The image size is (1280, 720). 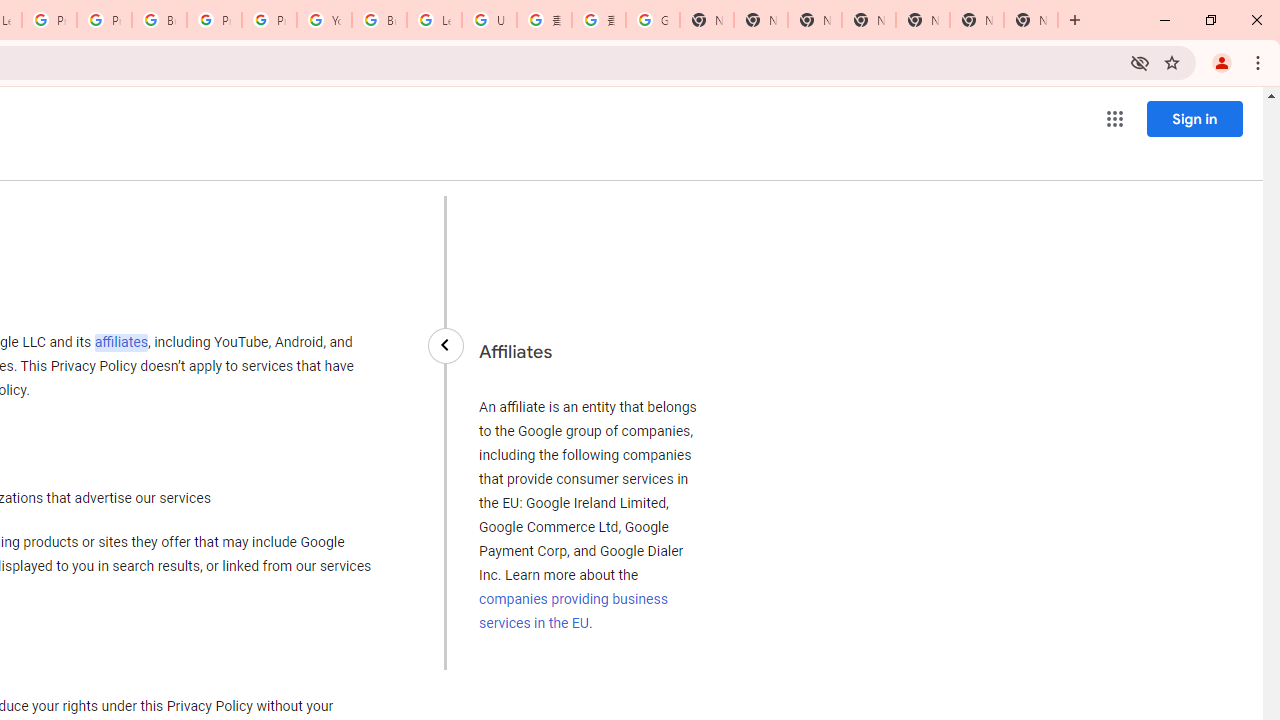 What do you see at coordinates (119, 341) in the screenshot?
I see `'affiliates'` at bounding box center [119, 341].